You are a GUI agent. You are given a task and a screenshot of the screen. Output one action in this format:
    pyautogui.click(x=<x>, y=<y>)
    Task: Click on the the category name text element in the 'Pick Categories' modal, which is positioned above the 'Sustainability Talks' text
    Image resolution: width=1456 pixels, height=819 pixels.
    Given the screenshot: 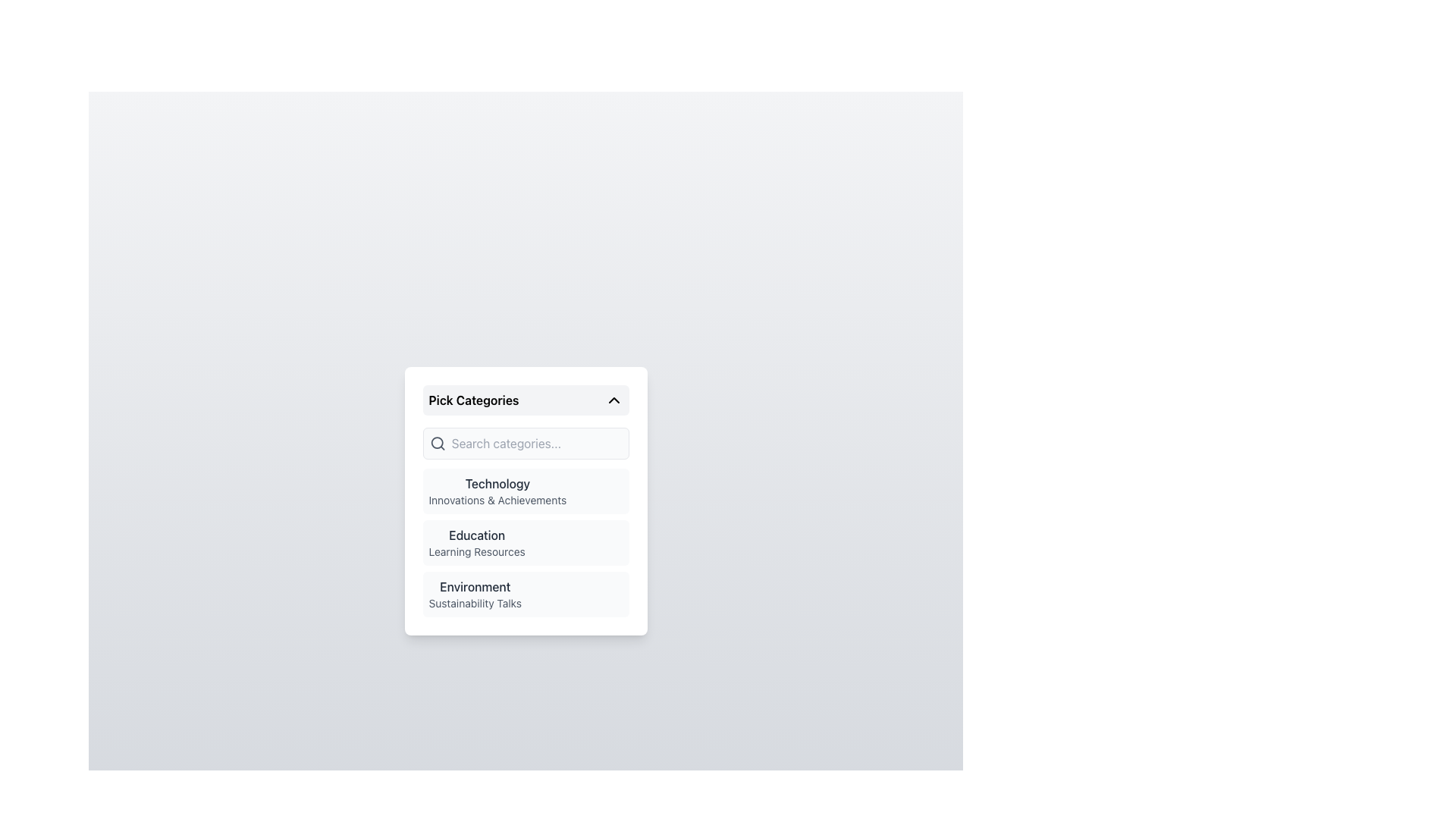 What is the action you would take?
    pyautogui.click(x=474, y=586)
    